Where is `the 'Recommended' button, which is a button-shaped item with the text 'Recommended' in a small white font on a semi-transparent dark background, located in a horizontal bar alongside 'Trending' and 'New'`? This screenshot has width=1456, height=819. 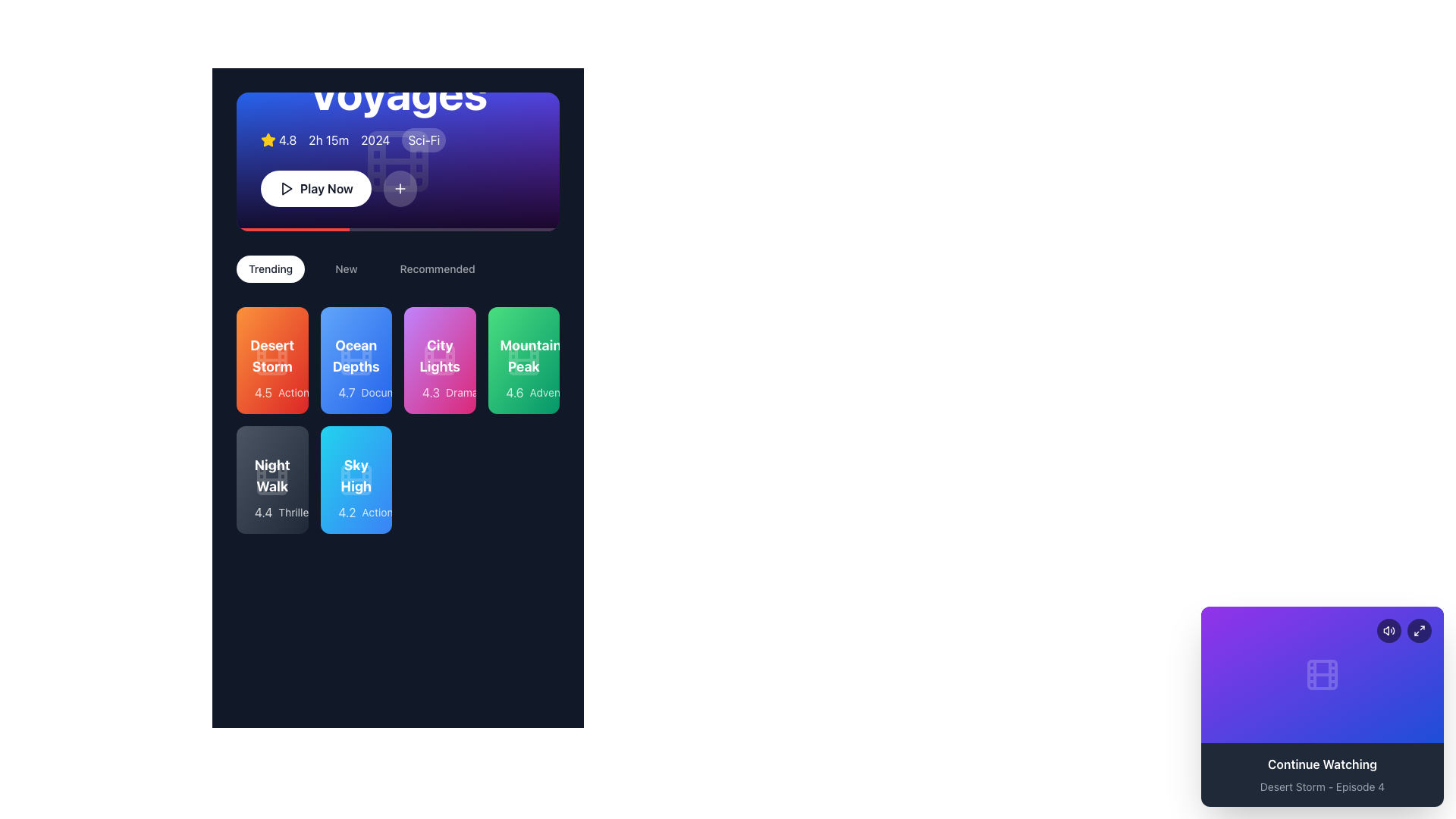
the 'Recommended' button, which is a button-shaped item with the text 'Recommended' in a small white font on a semi-transparent dark background, located in a horizontal bar alongside 'Trending' and 'New' is located at coordinates (437, 268).